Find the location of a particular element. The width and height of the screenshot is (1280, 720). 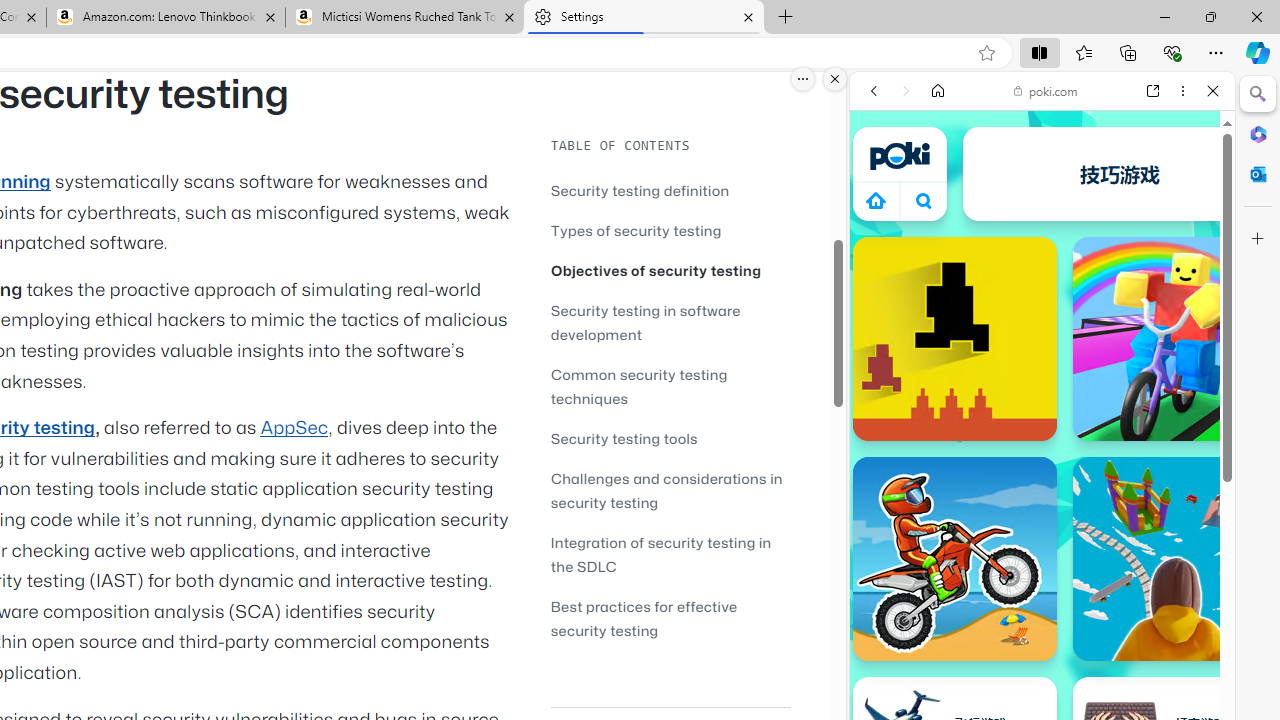

'Collections' is located at coordinates (1128, 51).